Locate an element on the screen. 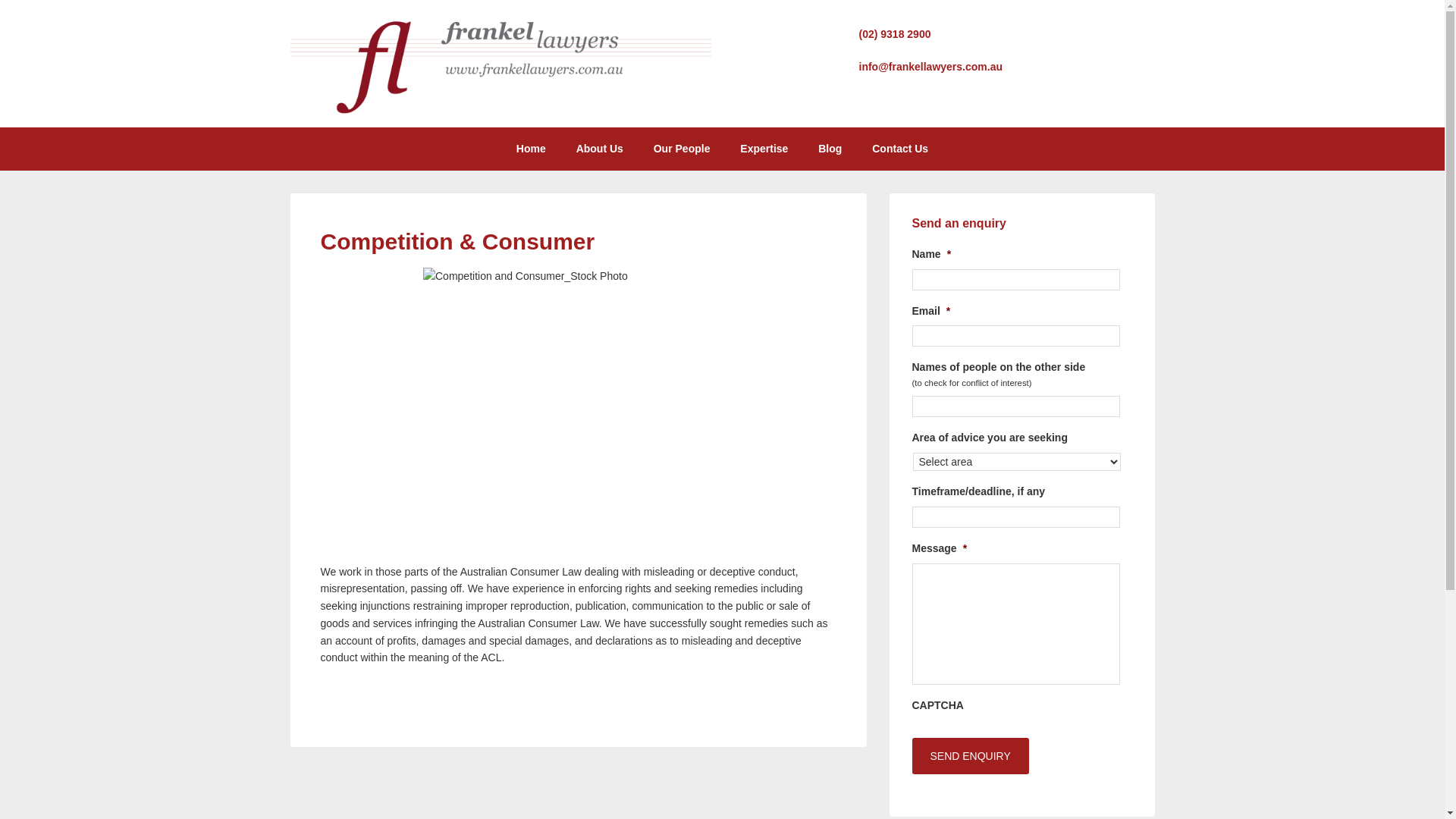 Image resolution: width=1456 pixels, height=819 pixels. 'Blog' is located at coordinates (803, 149).